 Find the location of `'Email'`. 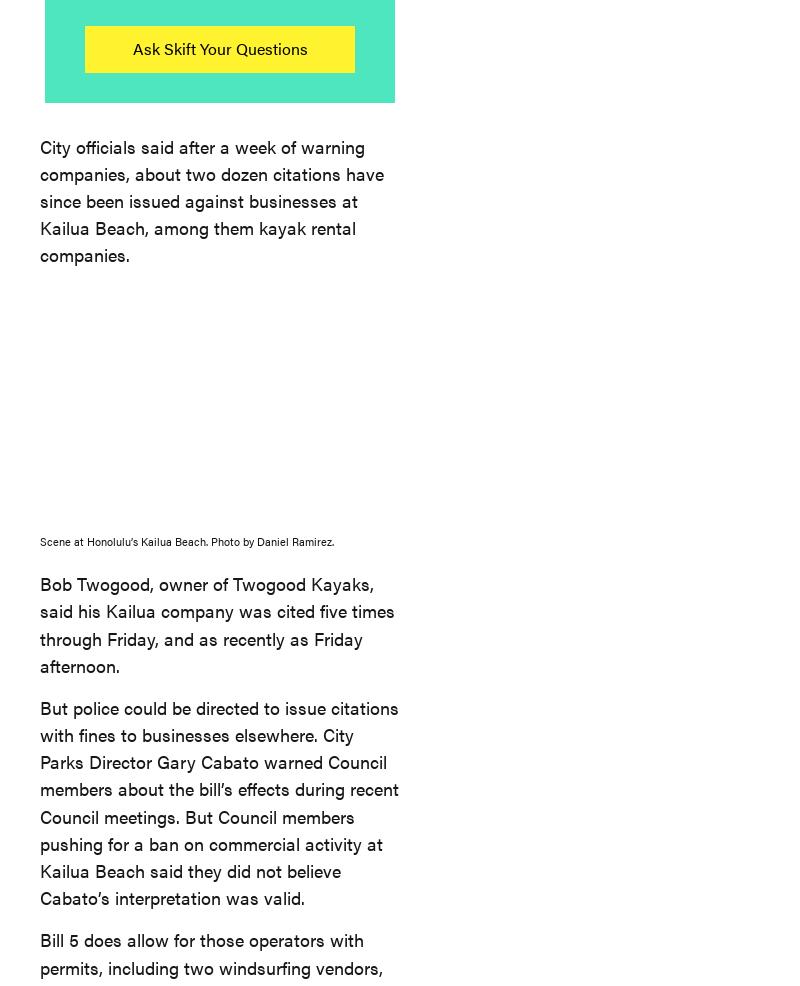

'Email' is located at coordinates (611, 266).